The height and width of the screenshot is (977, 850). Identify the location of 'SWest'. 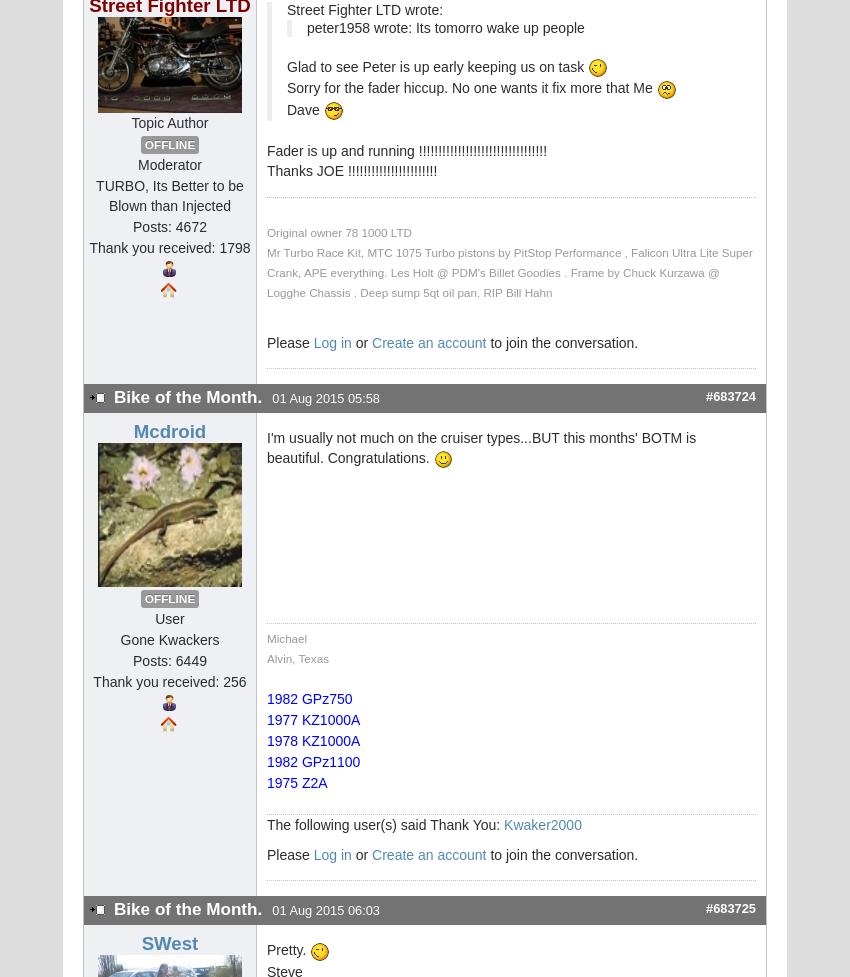
(169, 942).